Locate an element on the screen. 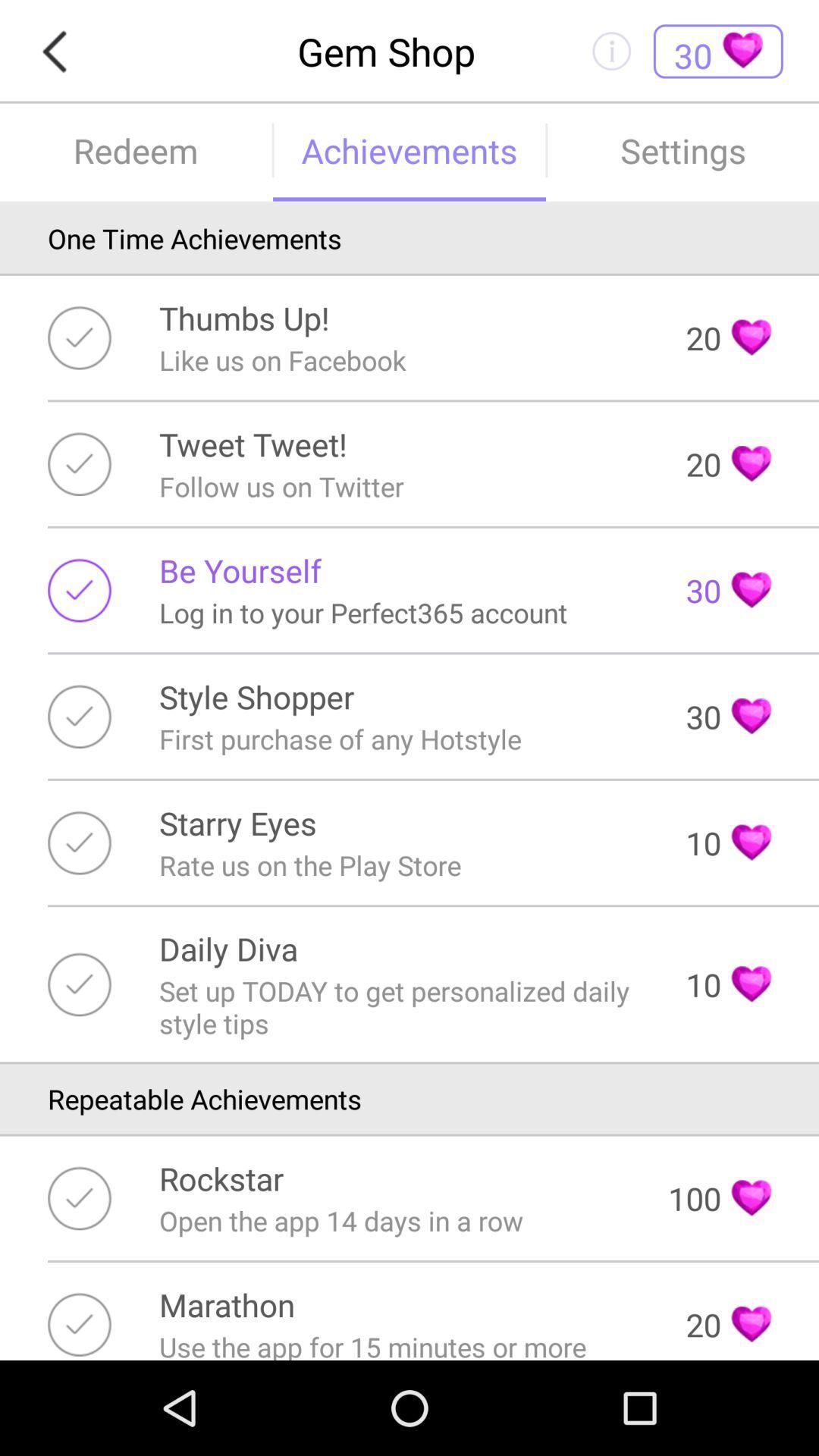 The width and height of the screenshot is (819, 1456). item above first purchase of item is located at coordinates (256, 695).